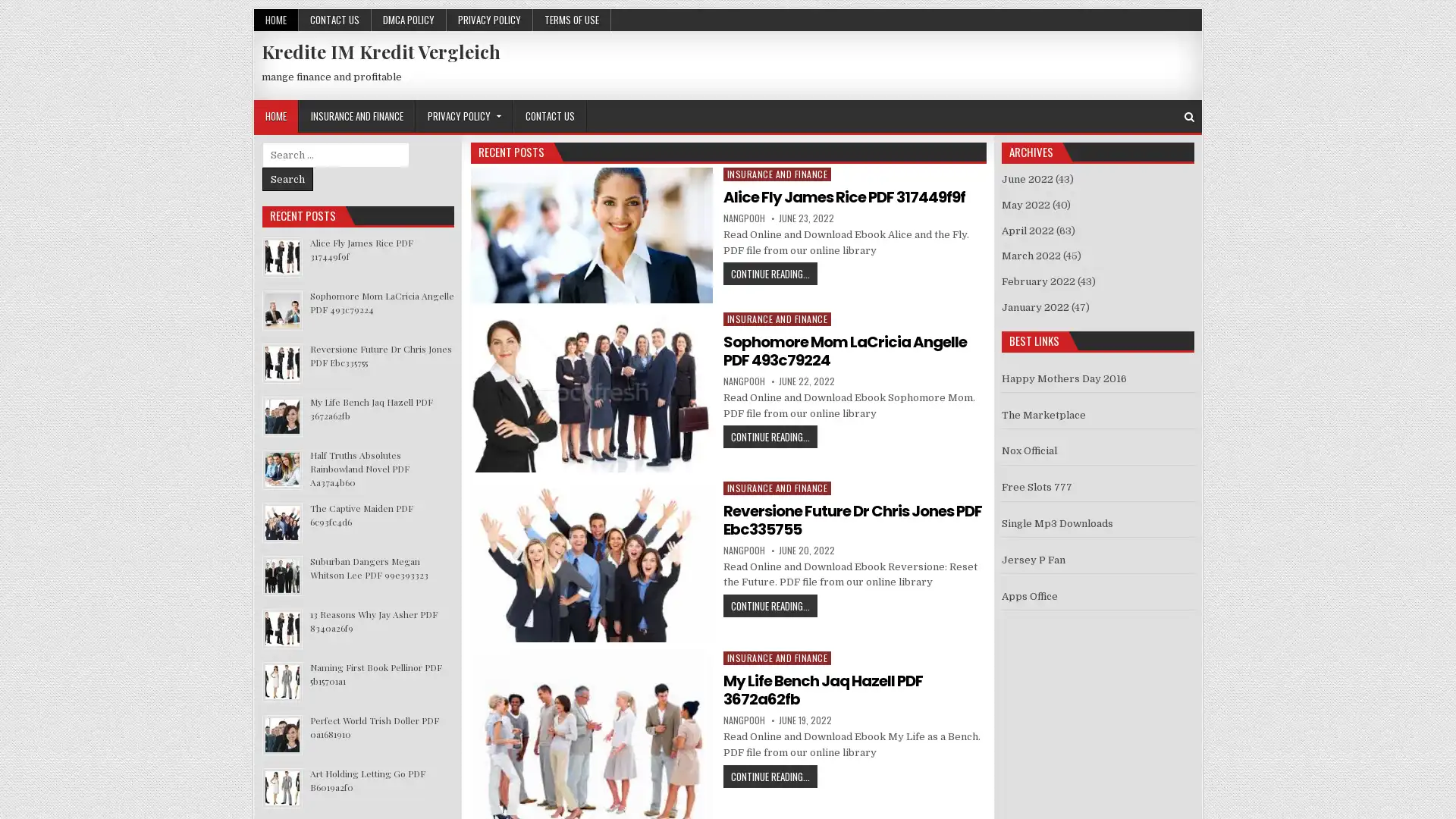 This screenshot has width=1456, height=819. What do you see at coordinates (287, 178) in the screenshot?
I see `Search` at bounding box center [287, 178].